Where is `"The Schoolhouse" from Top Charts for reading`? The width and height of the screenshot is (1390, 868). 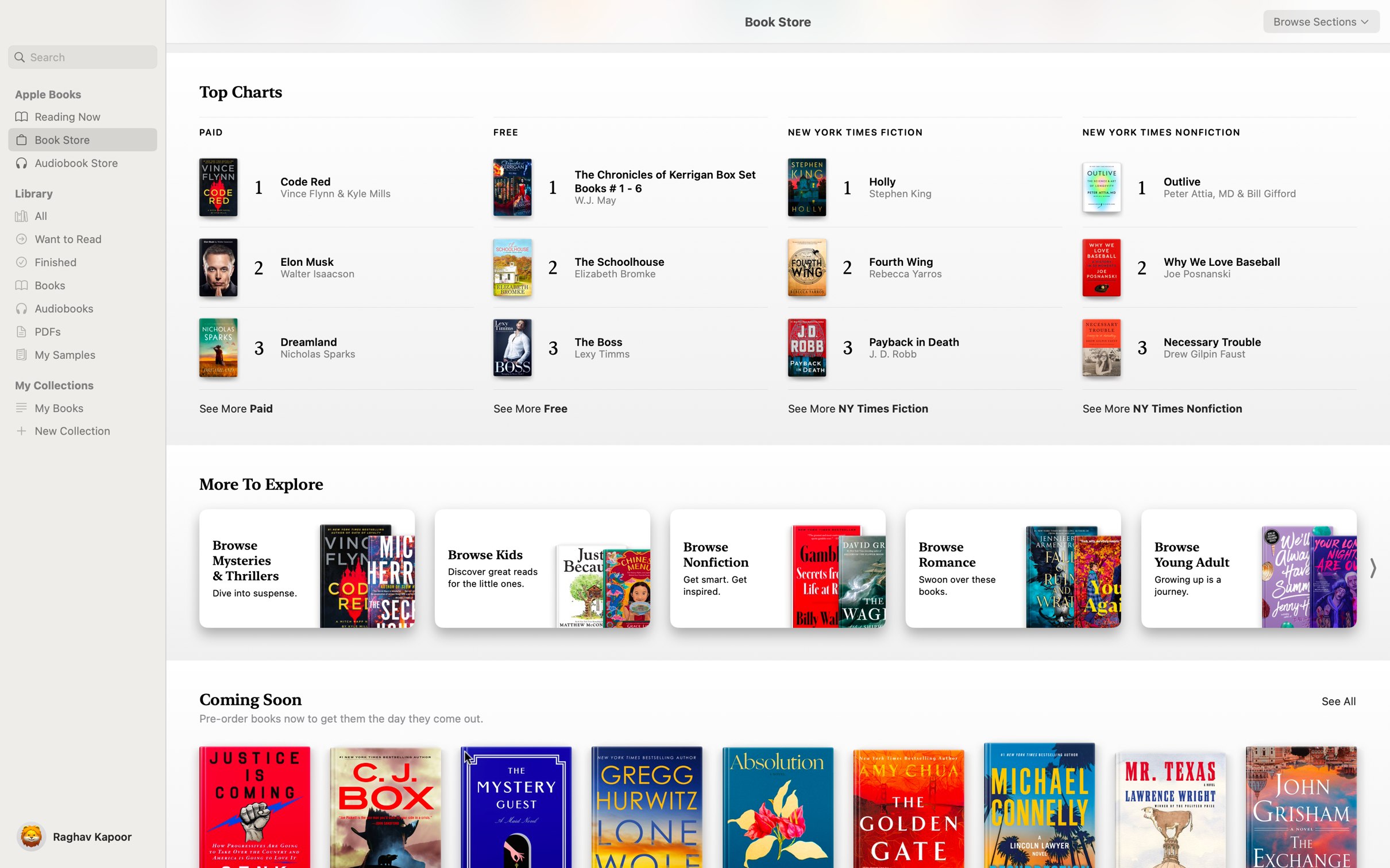
"The Schoolhouse" from Top Charts for reading is located at coordinates (616, 265).